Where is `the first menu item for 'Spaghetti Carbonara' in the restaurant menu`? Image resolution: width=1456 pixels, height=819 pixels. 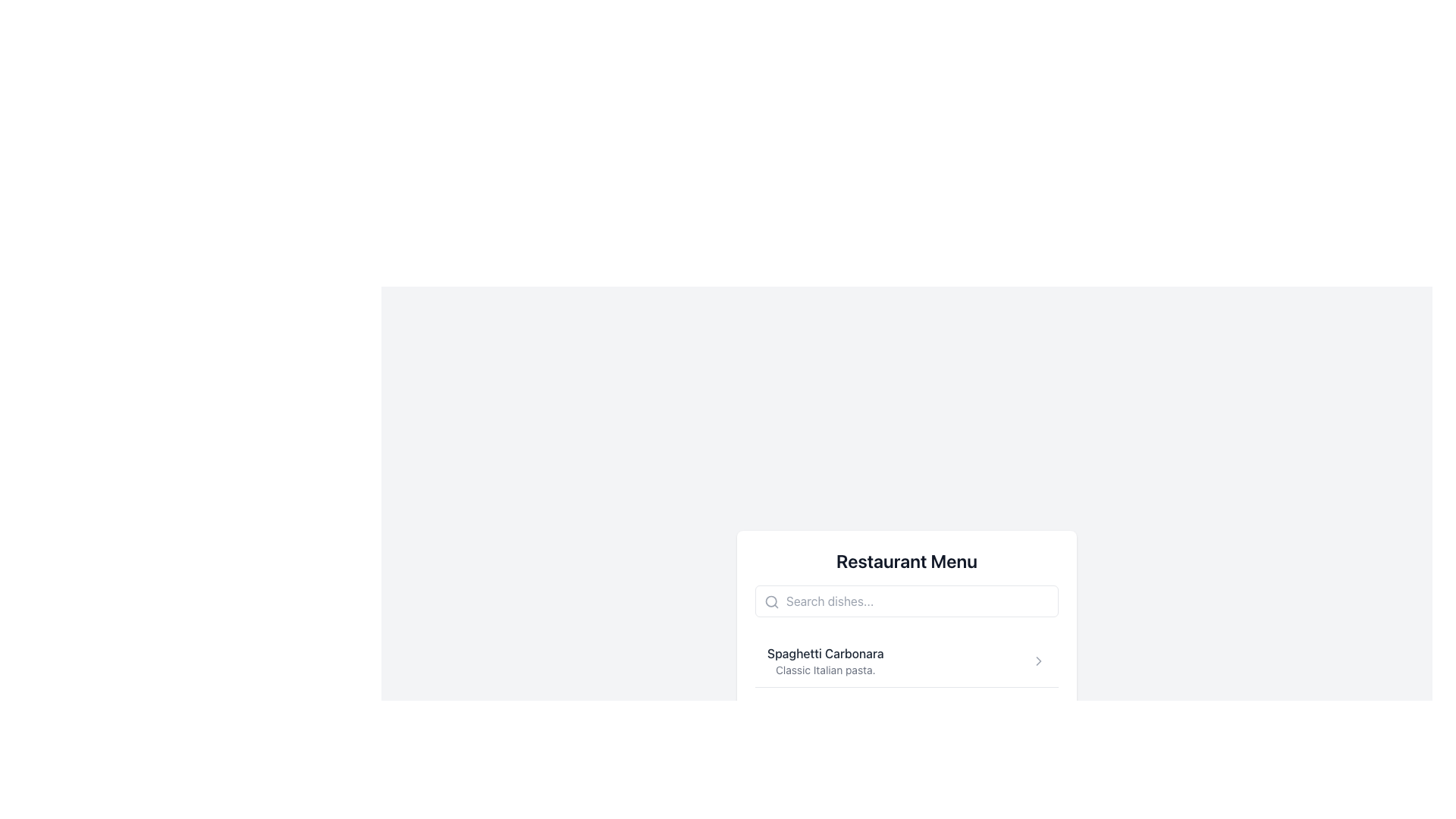
the first menu item for 'Spaghetti Carbonara' in the restaurant menu is located at coordinates (906, 660).